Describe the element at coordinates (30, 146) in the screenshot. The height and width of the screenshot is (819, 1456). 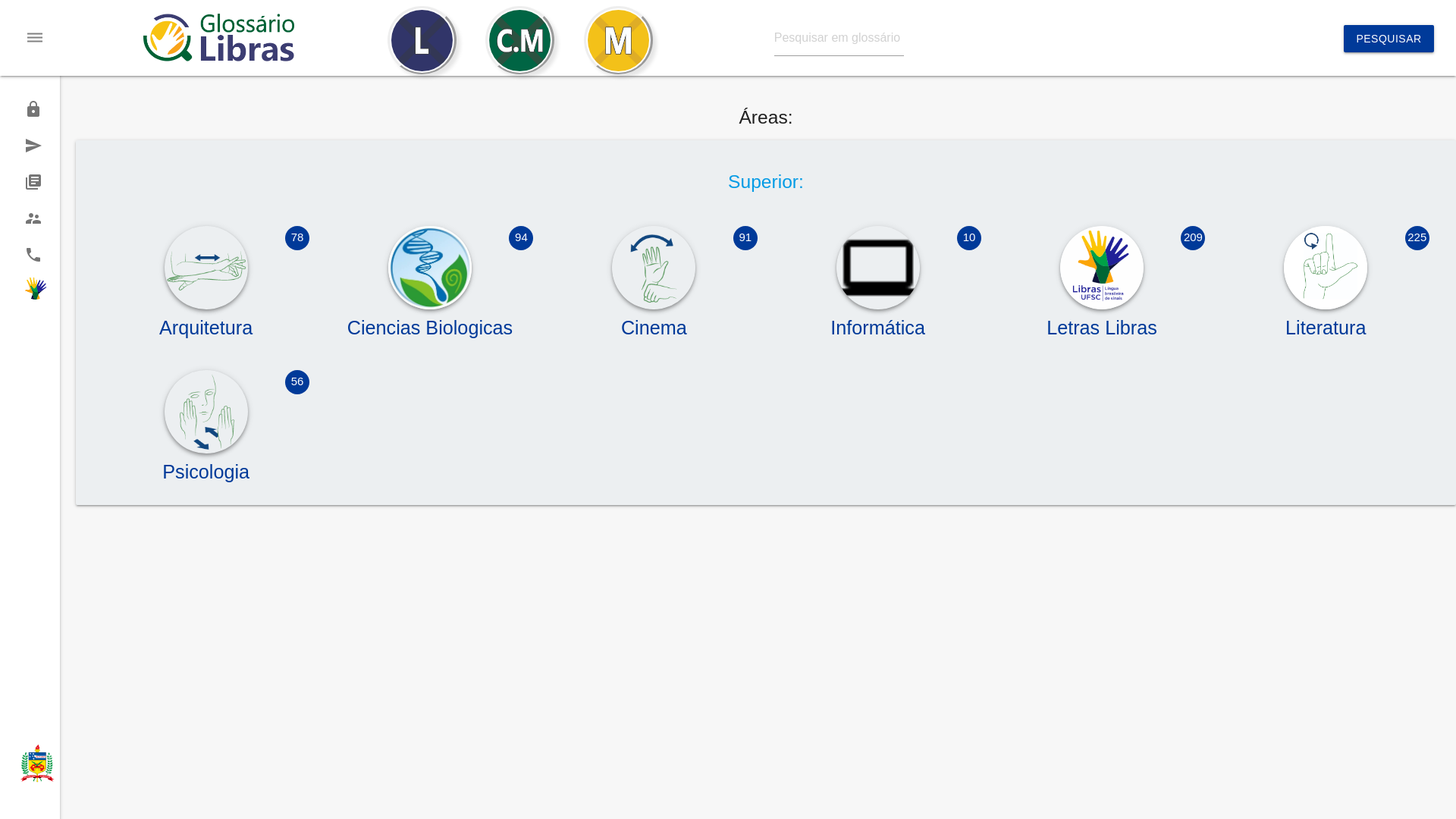
I see `'send` at that location.